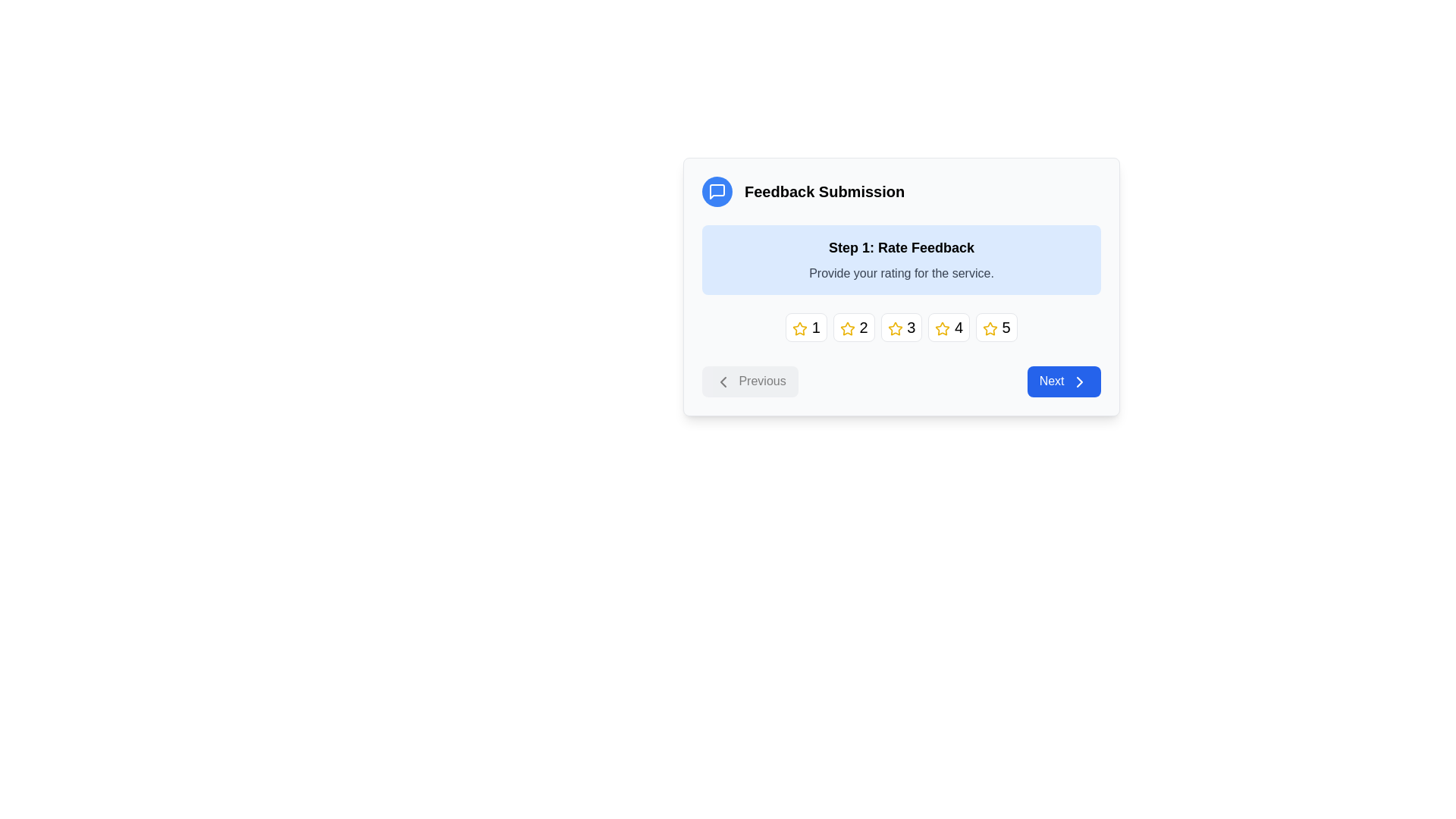 This screenshot has width=1456, height=819. I want to click on the 'Feedback Submission' label with a blue circular icon on the left, which is positioned above the 'Step 1: Rate Feedback' section, so click(902, 191).